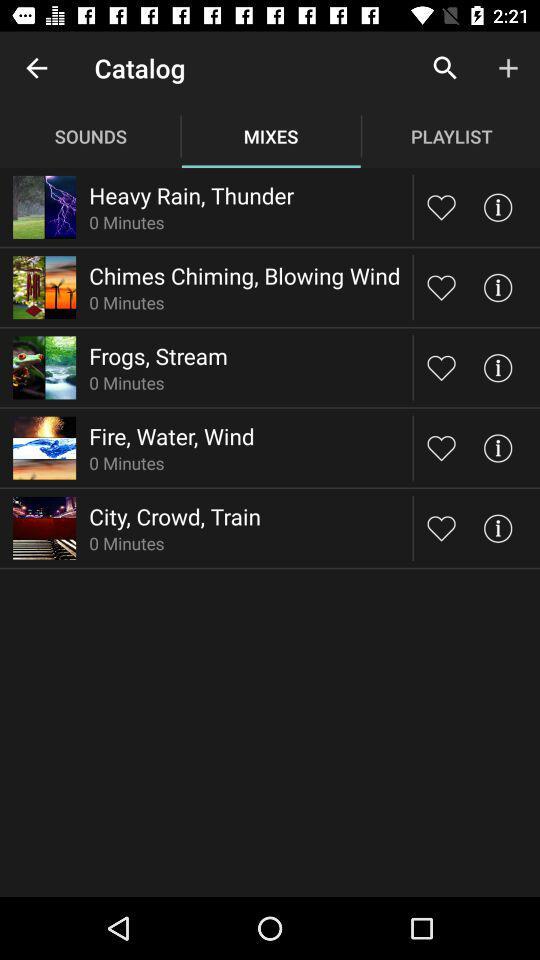 The image size is (540, 960). I want to click on press here if you love this playlist, so click(441, 527).